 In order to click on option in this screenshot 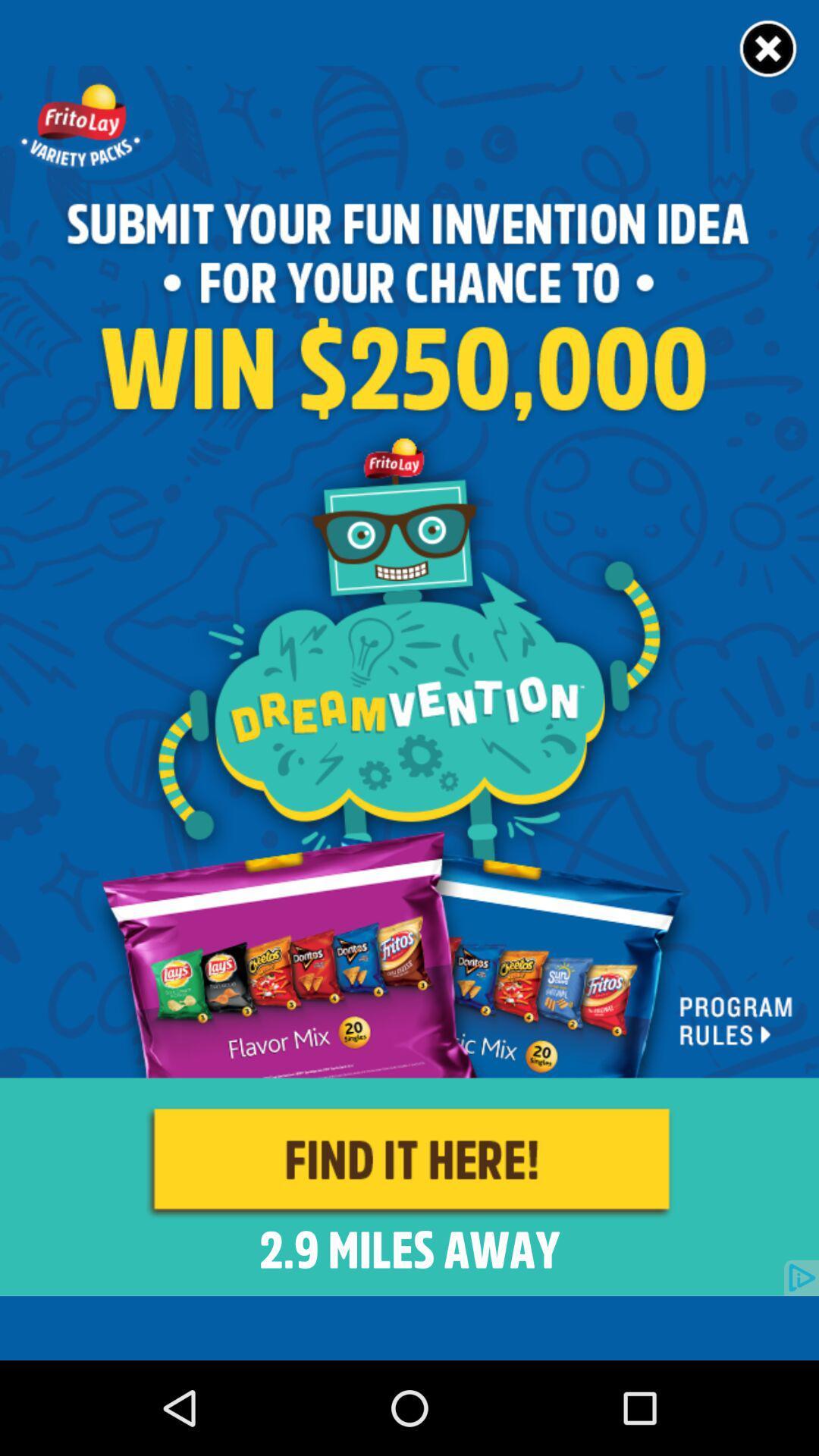, I will do `click(769, 49)`.